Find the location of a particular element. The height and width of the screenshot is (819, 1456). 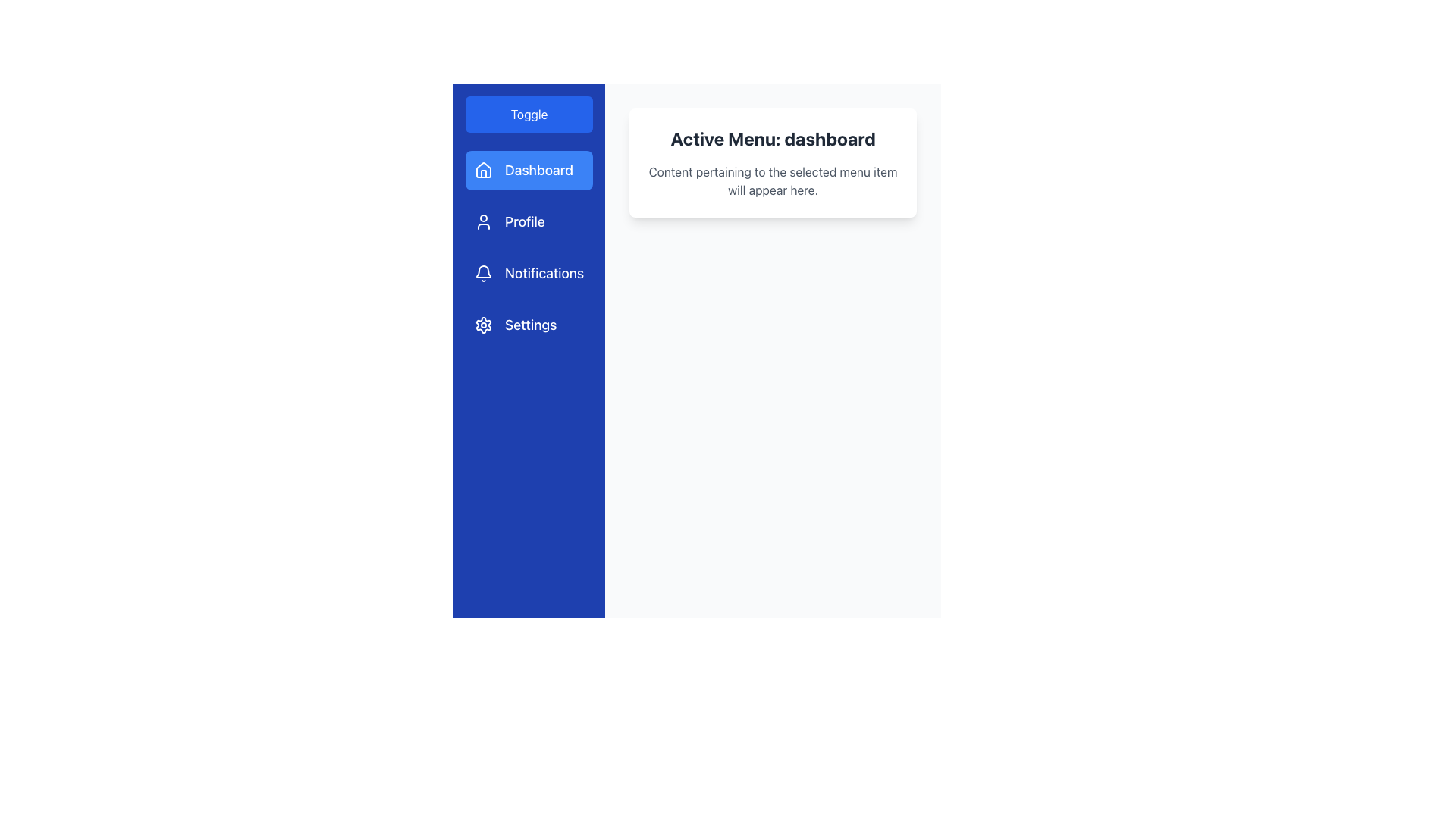

the 'Profile' navigation button located in the vertical menu below 'Dashboard' and above 'Notifications' is located at coordinates (529, 222).